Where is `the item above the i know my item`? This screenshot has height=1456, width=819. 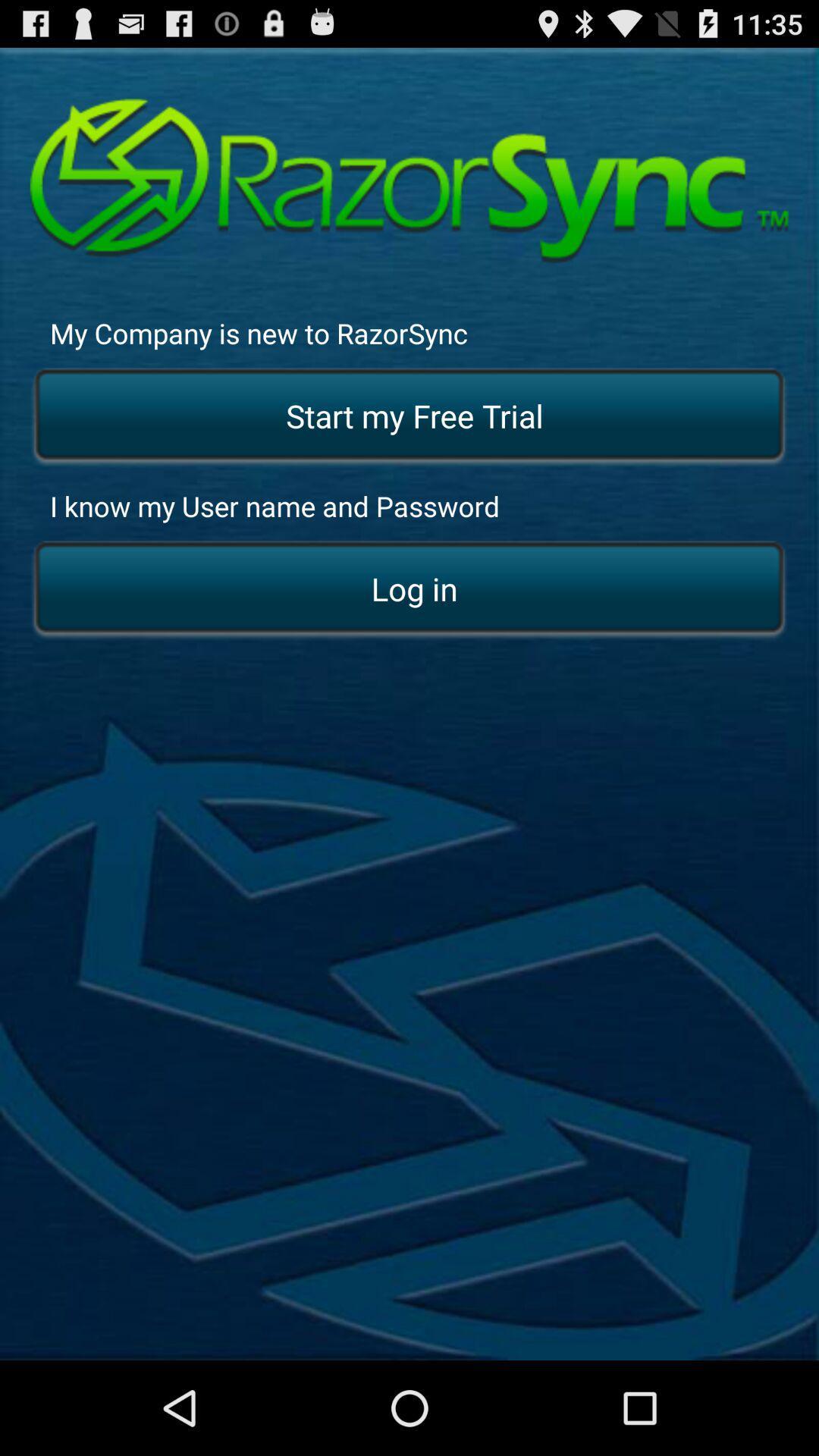 the item above the i know my item is located at coordinates (409, 417).